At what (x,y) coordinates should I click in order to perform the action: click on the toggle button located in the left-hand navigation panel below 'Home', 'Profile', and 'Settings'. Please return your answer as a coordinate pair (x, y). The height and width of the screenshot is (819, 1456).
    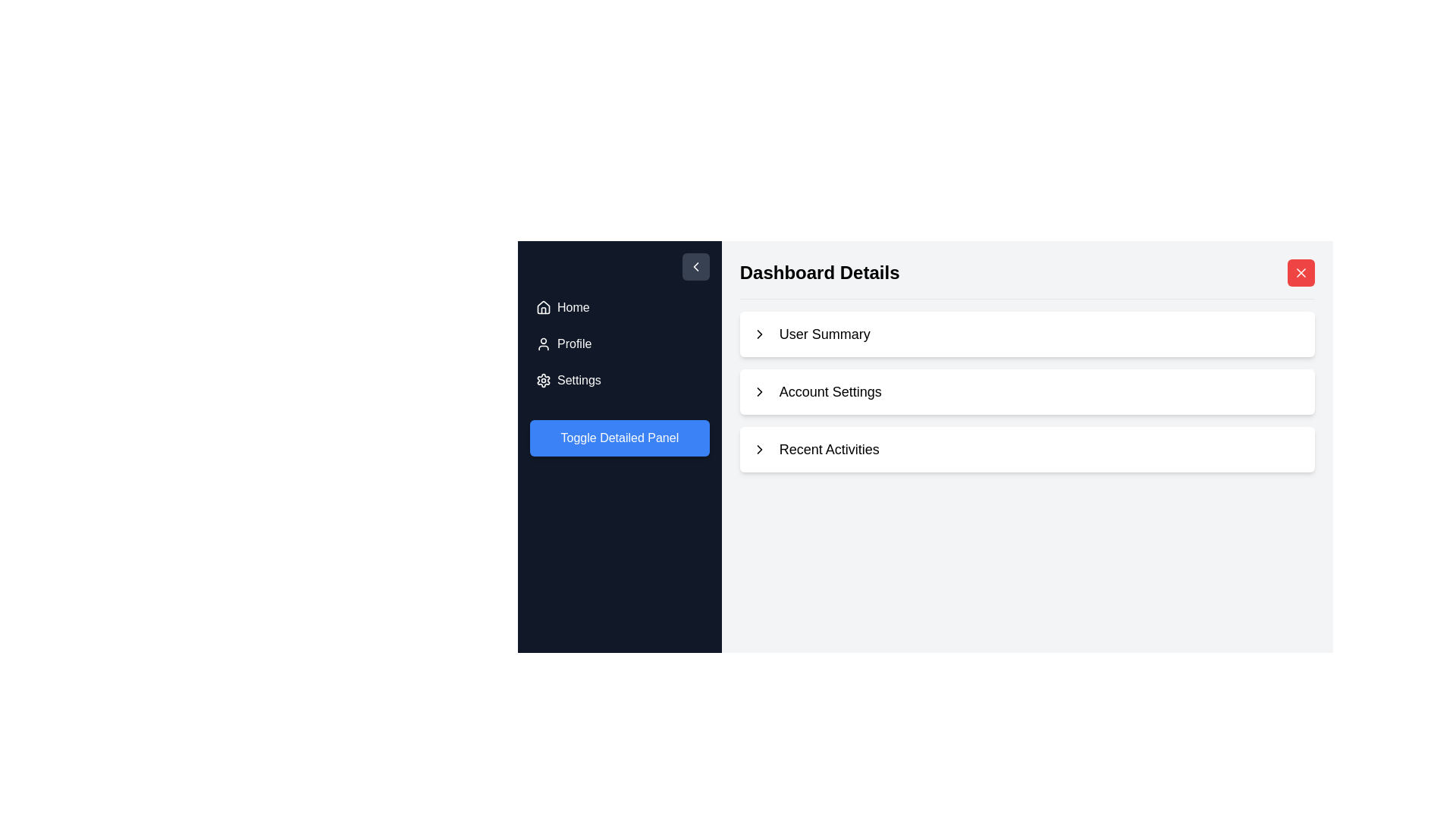
    Looking at the image, I should click on (620, 438).